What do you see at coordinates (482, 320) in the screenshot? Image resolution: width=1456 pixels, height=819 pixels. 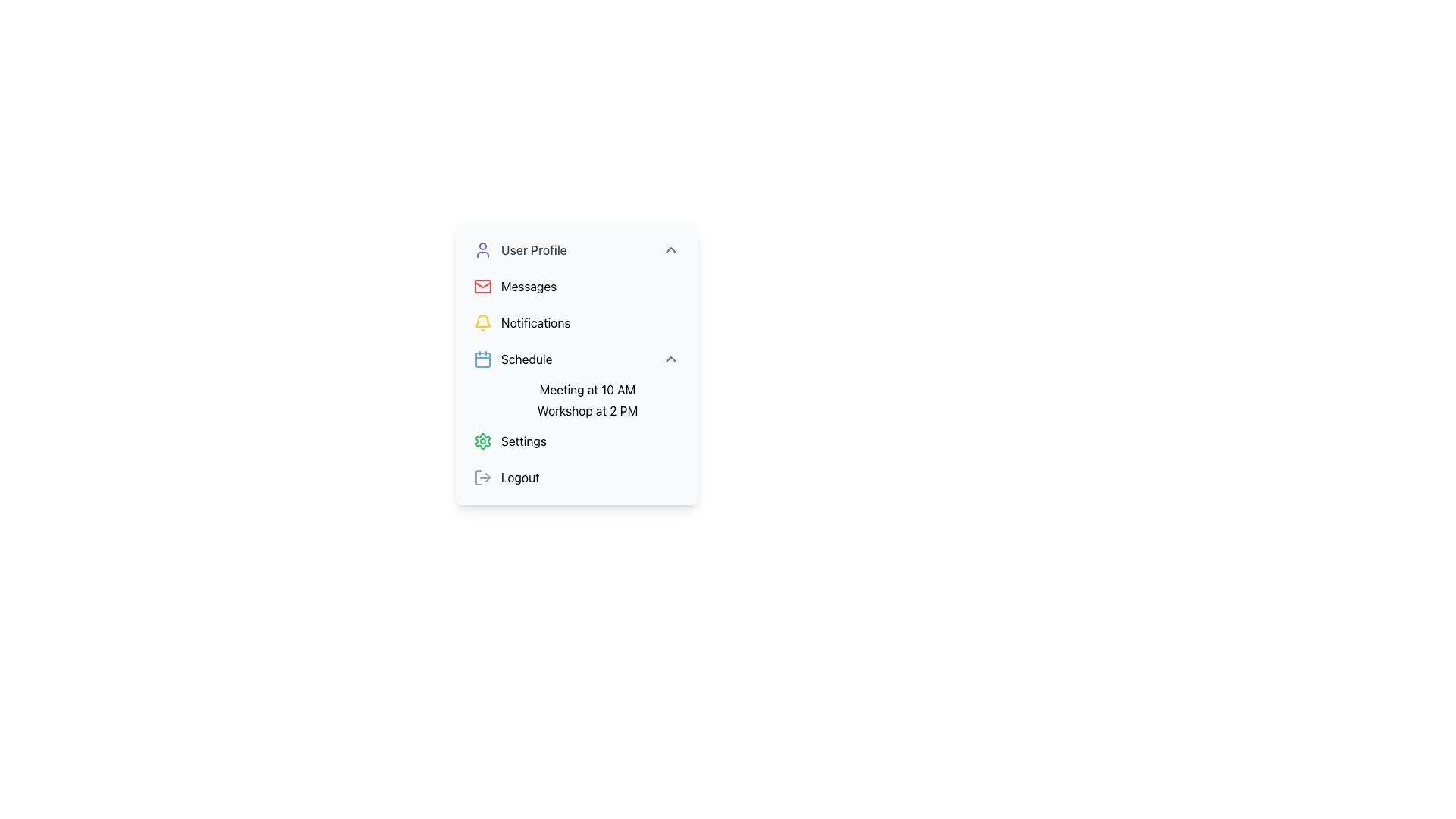 I see `the bell icon` at bounding box center [482, 320].